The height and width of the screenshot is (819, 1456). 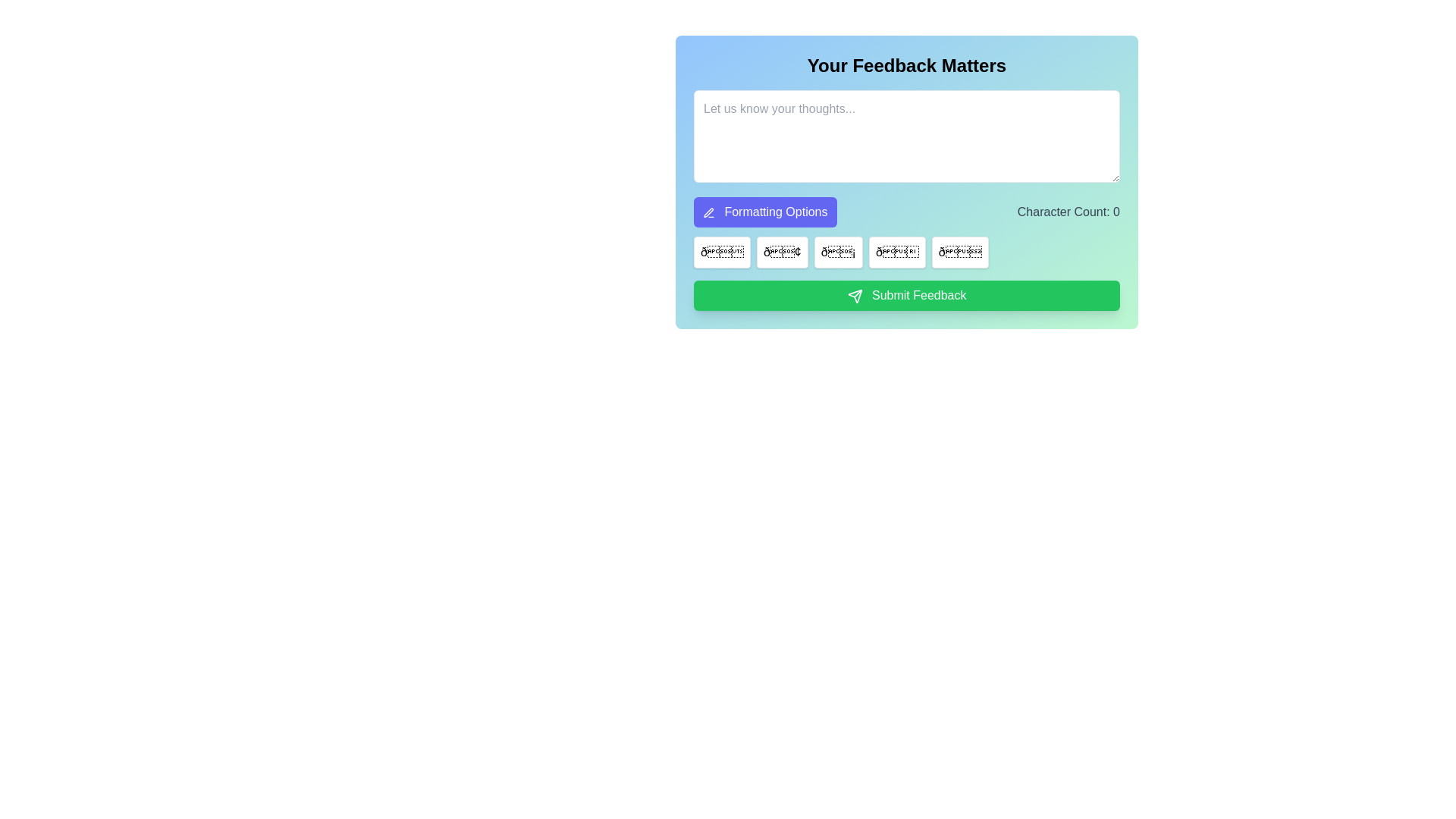 What do you see at coordinates (855, 296) in the screenshot?
I see `the SVG icon that represents the action of sending the feedback form, located within the green 'Submit Feedback' button at the bottom center of the feedback form interface` at bounding box center [855, 296].